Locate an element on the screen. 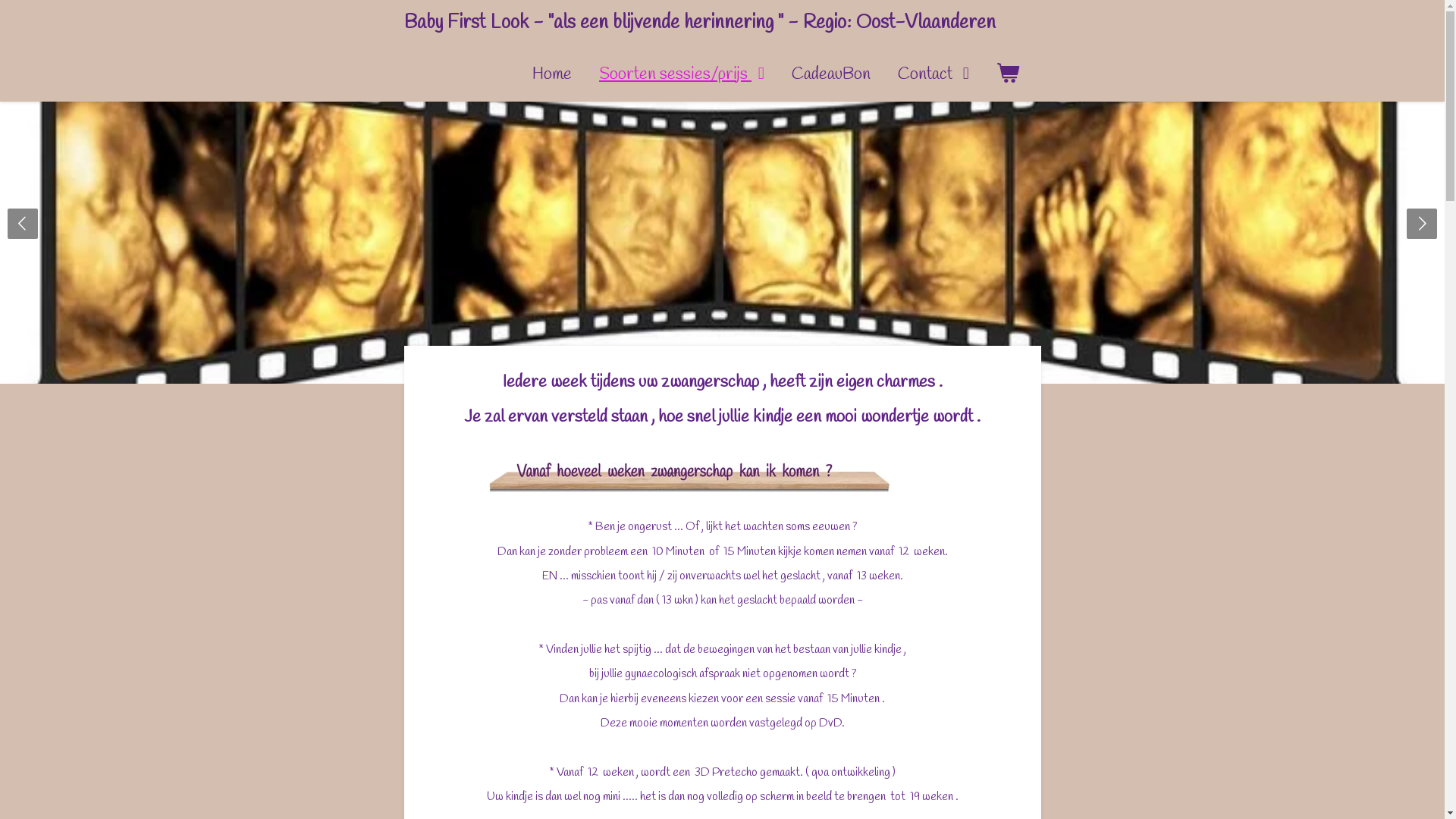 The width and height of the screenshot is (1456, 819). 'Home' is located at coordinates (551, 74).